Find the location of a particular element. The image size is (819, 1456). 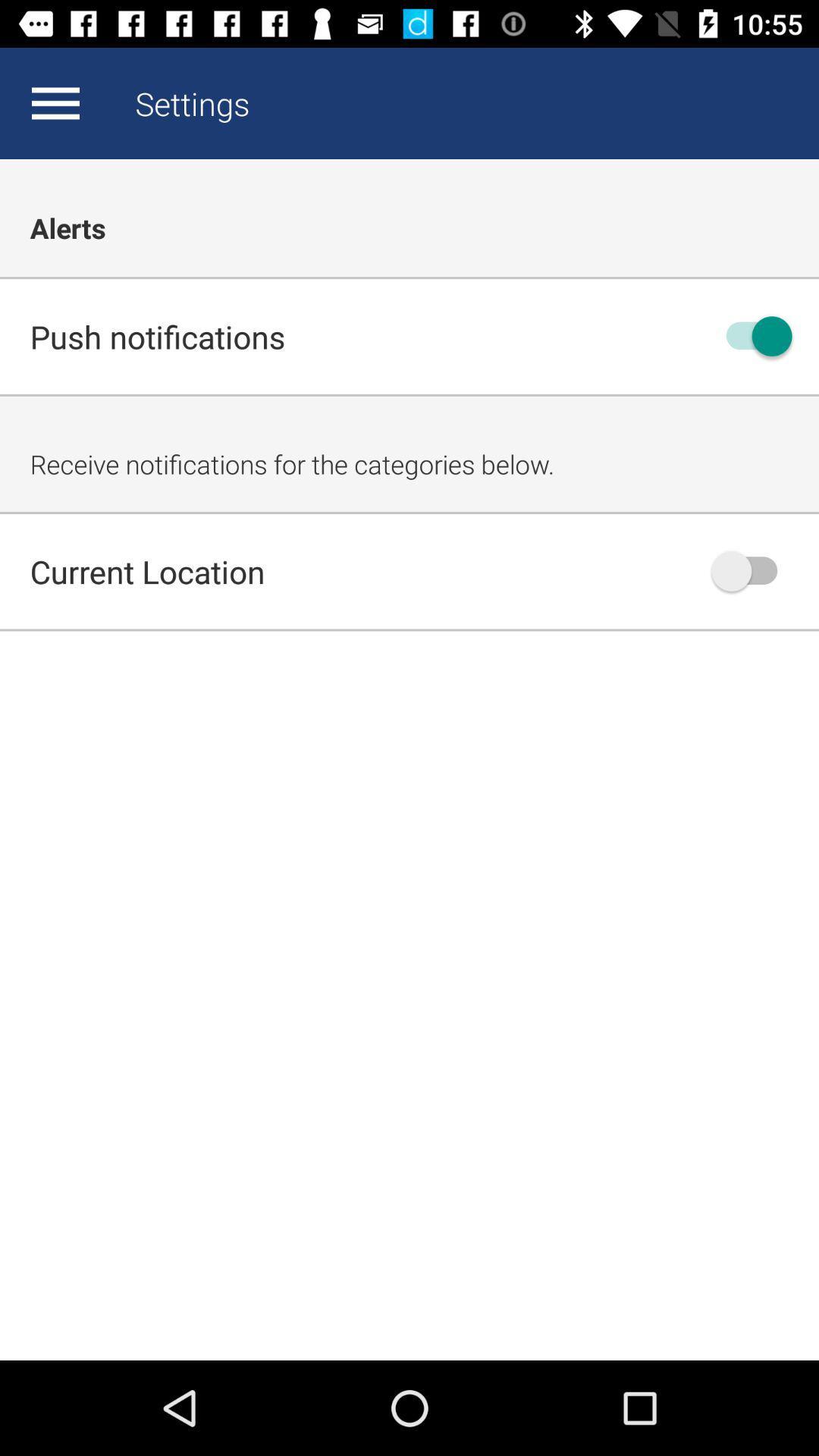

the app next to the settings item is located at coordinates (55, 102).